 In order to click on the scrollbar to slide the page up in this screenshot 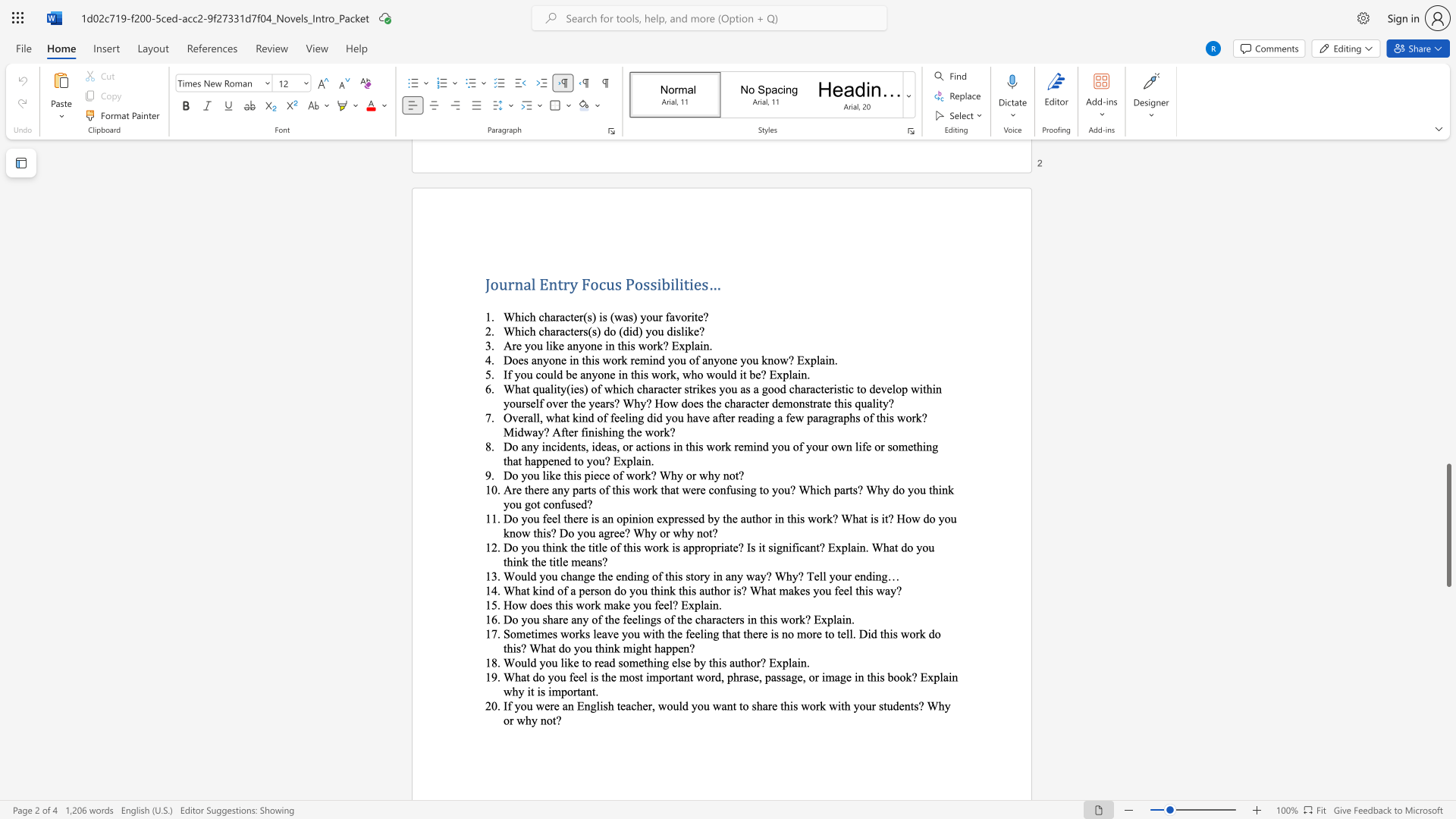, I will do `click(1448, 256)`.